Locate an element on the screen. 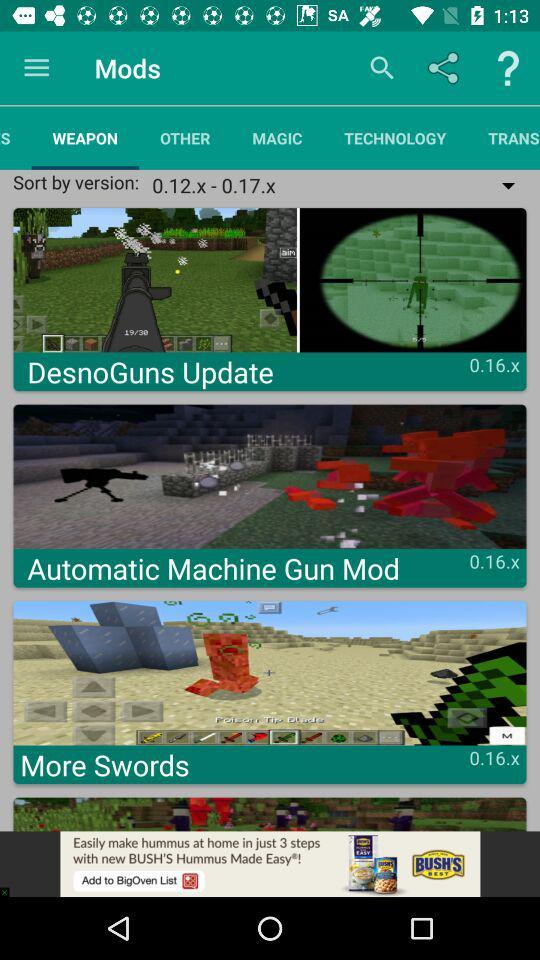 This screenshot has width=540, height=960. the item to the right of the magic is located at coordinates (395, 137).